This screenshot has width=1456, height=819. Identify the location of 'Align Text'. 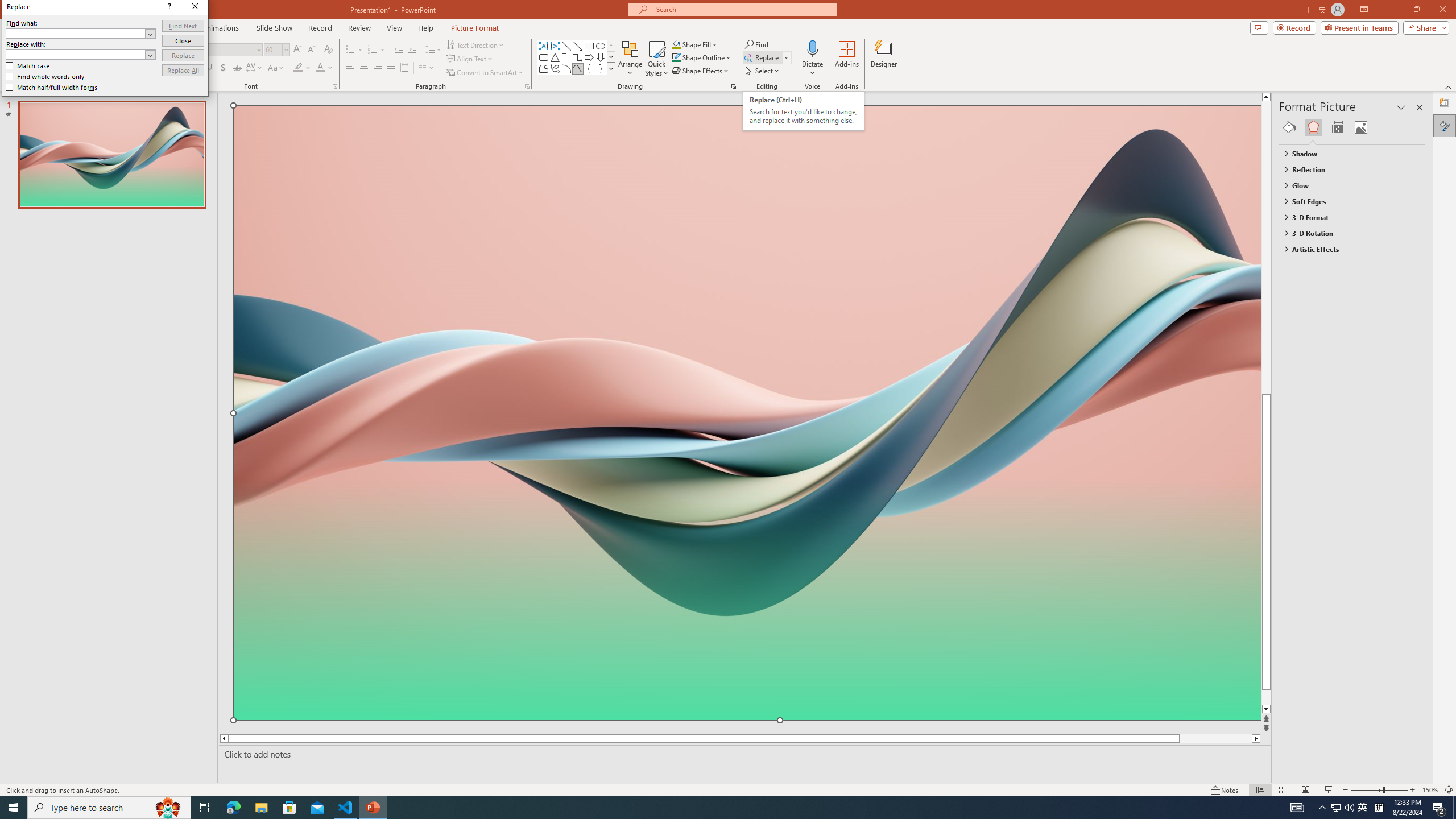
(470, 59).